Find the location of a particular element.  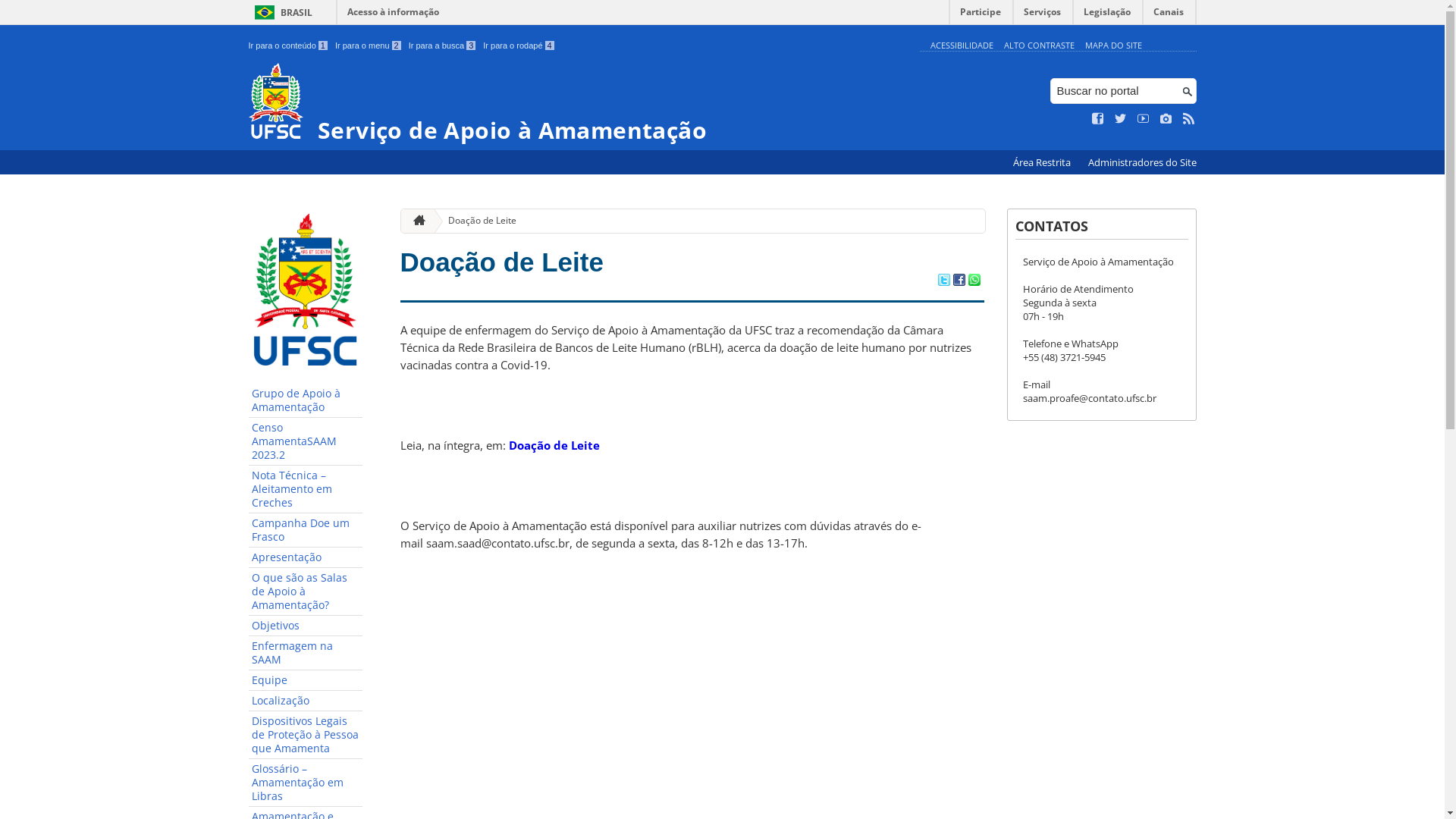

'Ir para o menu 2' is located at coordinates (368, 45).